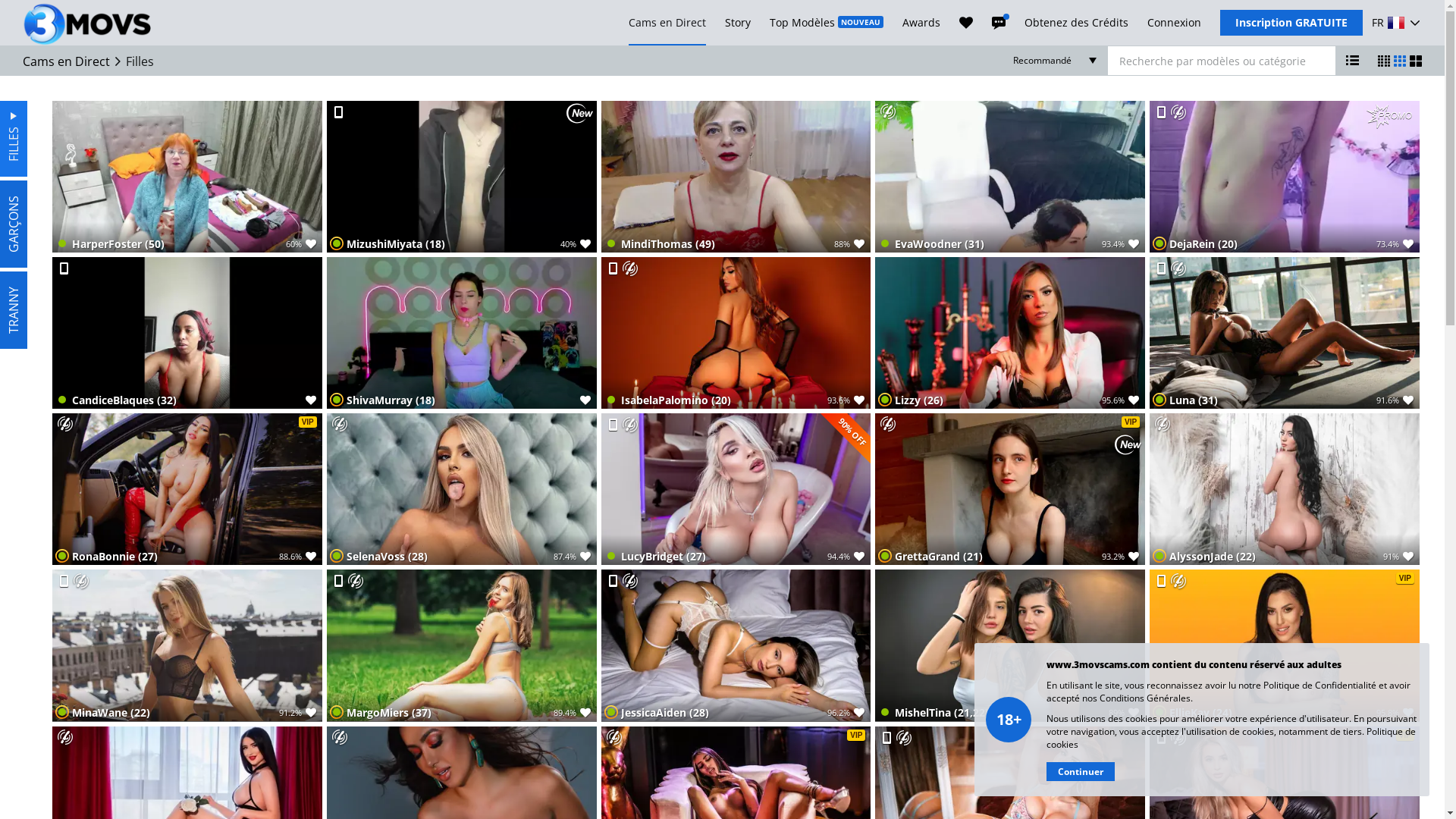 This screenshot has width=1456, height=819. Describe the element at coordinates (1284, 645) in the screenshot. I see `'VIP` at that location.